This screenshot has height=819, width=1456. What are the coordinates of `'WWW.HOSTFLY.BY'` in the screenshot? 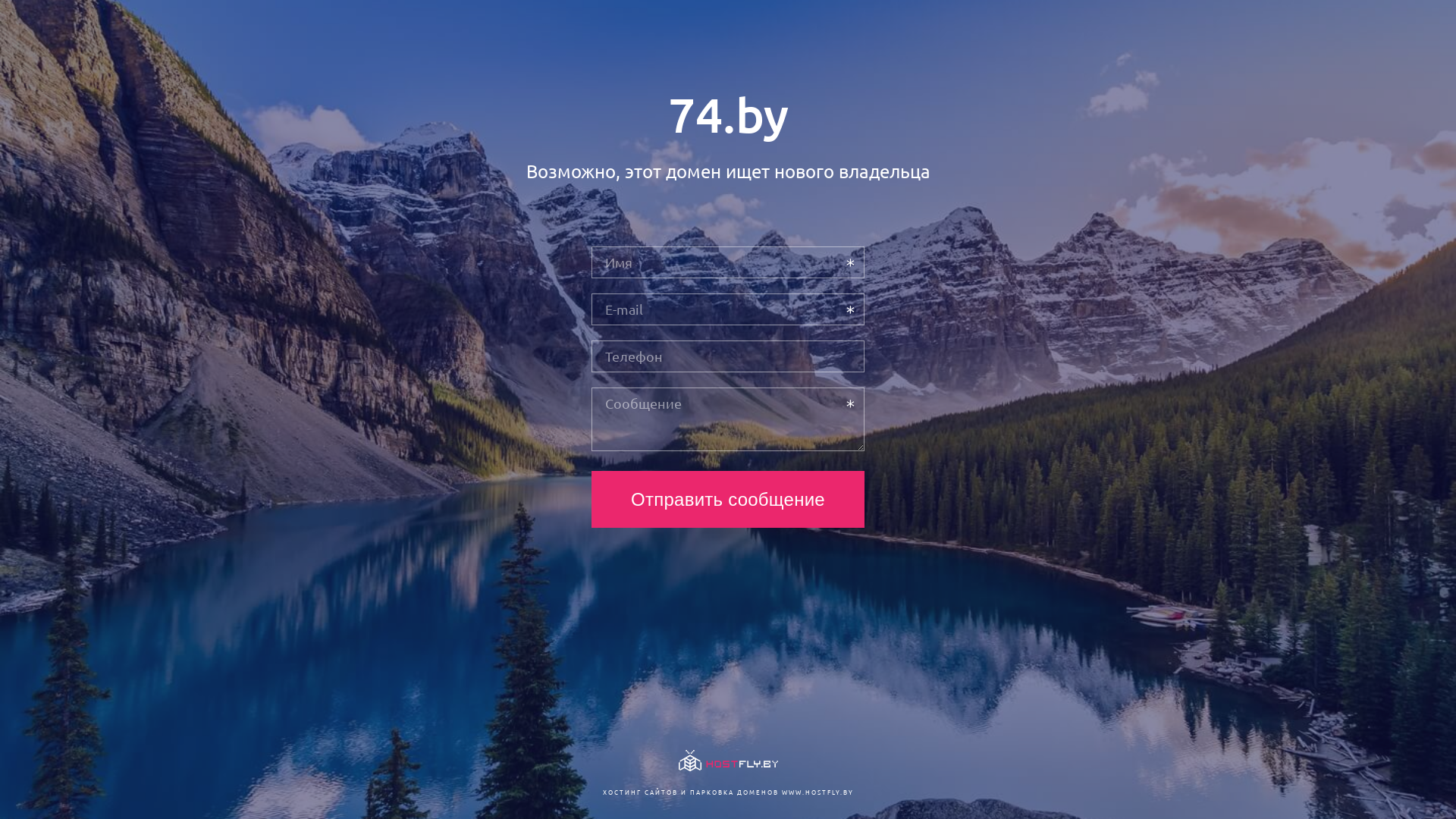 It's located at (816, 791).